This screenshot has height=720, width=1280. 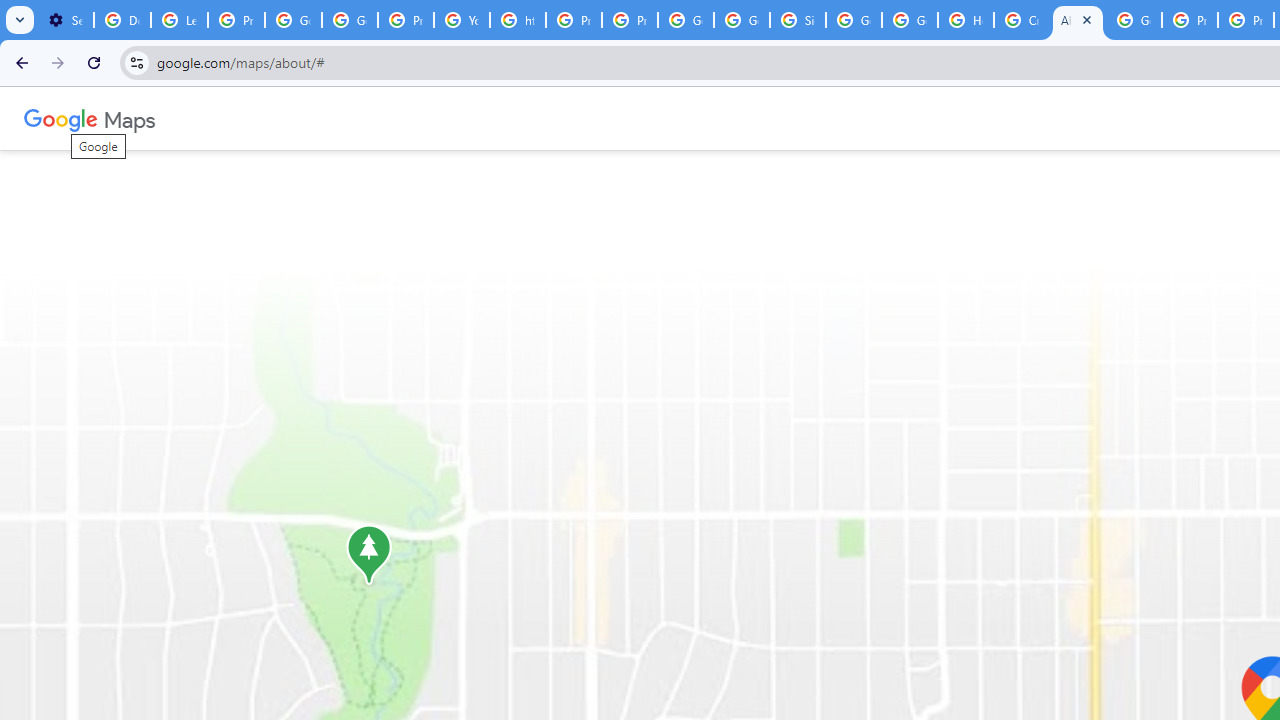 What do you see at coordinates (19, 61) in the screenshot?
I see `'Back'` at bounding box center [19, 61].